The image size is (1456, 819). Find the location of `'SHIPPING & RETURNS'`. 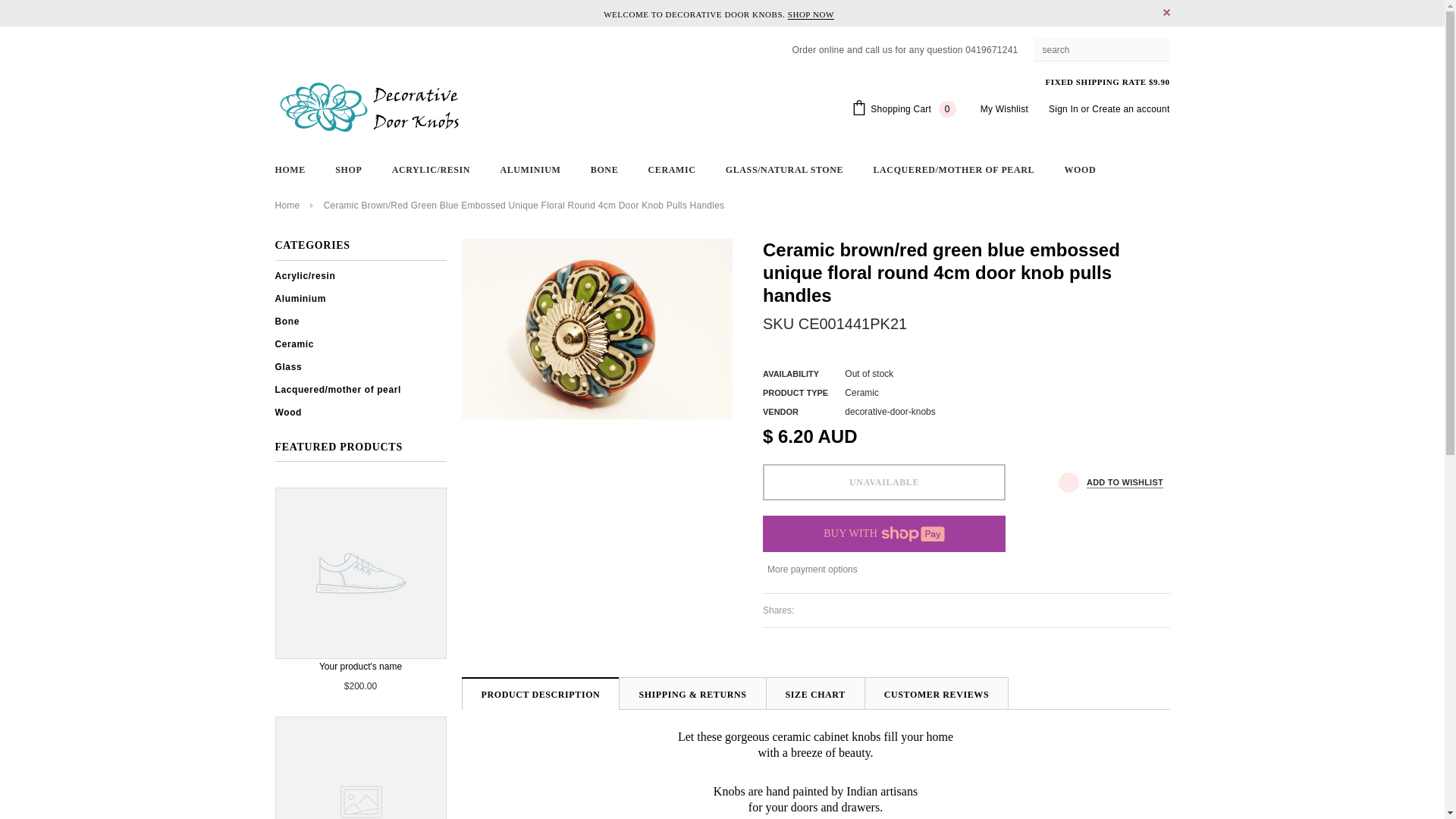

'SHIPPING & RETURNS' is located at coordinates (619, 693).